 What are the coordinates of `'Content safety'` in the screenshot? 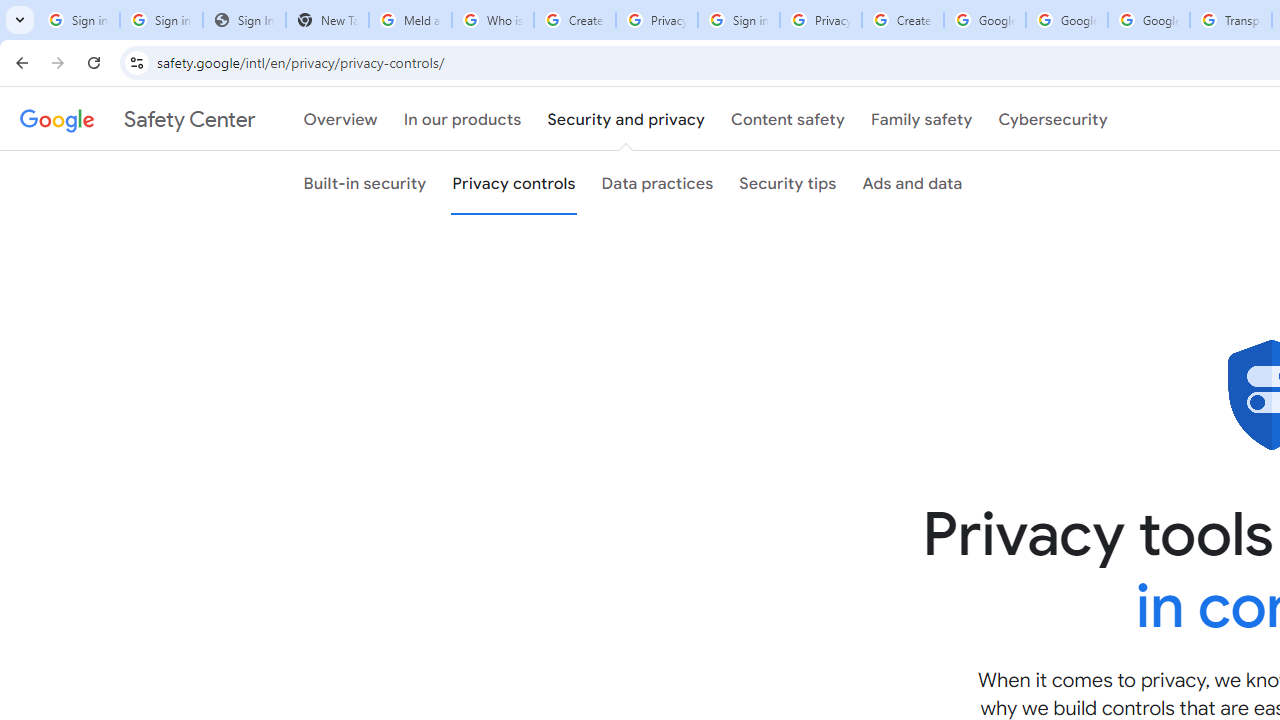 It's located at (786, 119).